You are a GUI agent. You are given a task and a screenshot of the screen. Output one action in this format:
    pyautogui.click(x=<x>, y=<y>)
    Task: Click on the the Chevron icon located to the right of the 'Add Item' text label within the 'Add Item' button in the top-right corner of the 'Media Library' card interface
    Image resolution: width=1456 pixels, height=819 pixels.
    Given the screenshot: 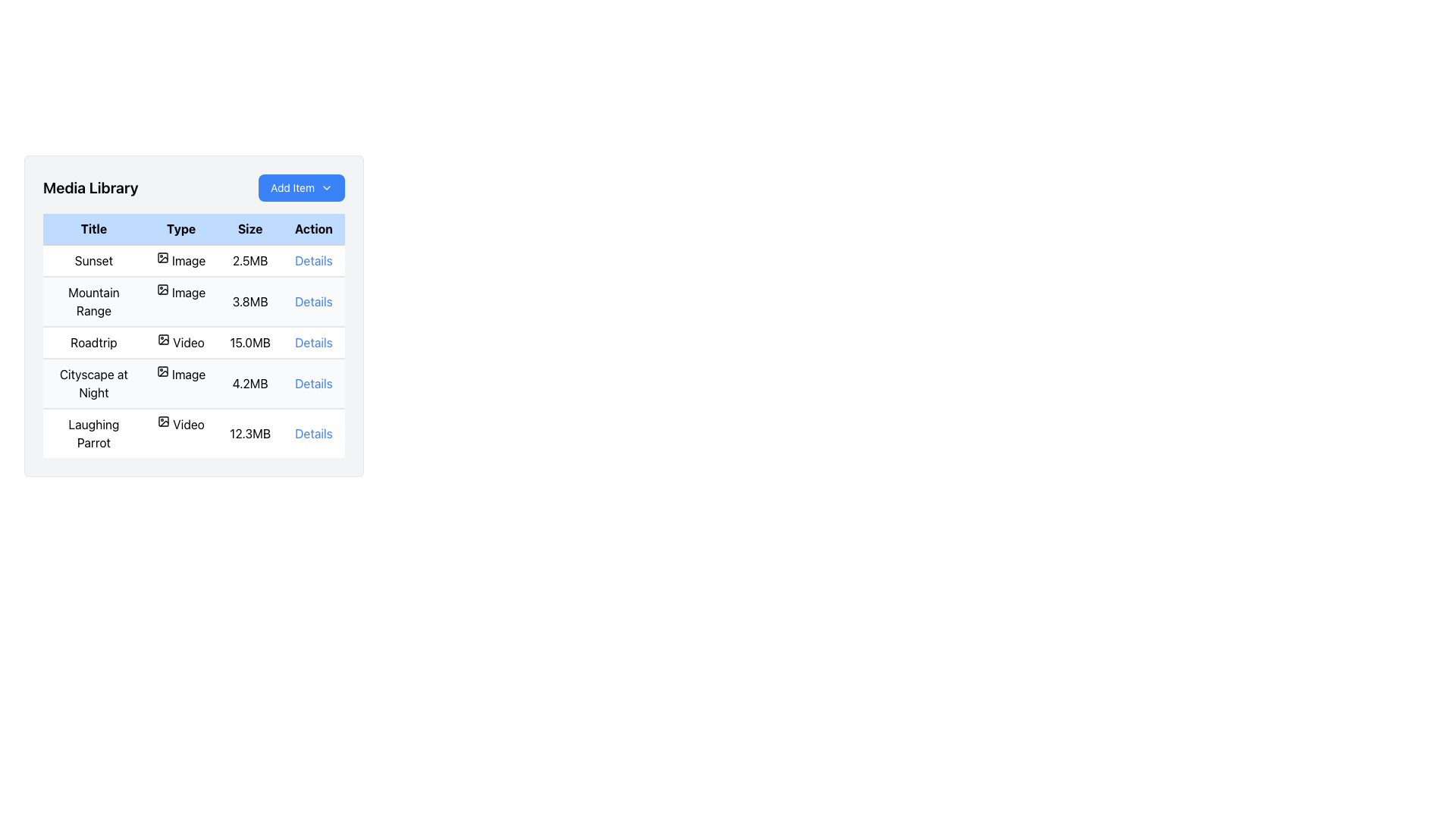 What is the action you would take?
    pyautogui.click(x=326, y=187)
    